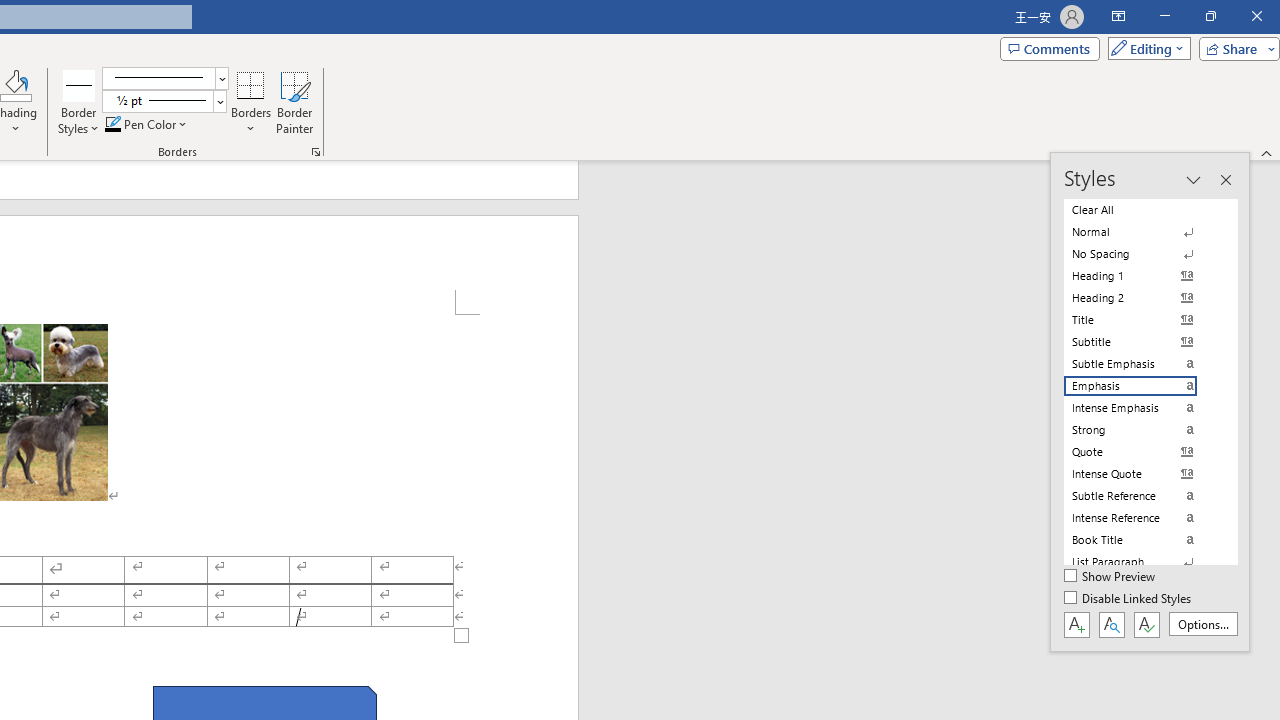 The height and width of the screenshot is (720, 1280). What do you see at coordinates (1146, 623) in the screenshot?
I see `'Class: NetUIButton'` at bounding box center [1146, 623].